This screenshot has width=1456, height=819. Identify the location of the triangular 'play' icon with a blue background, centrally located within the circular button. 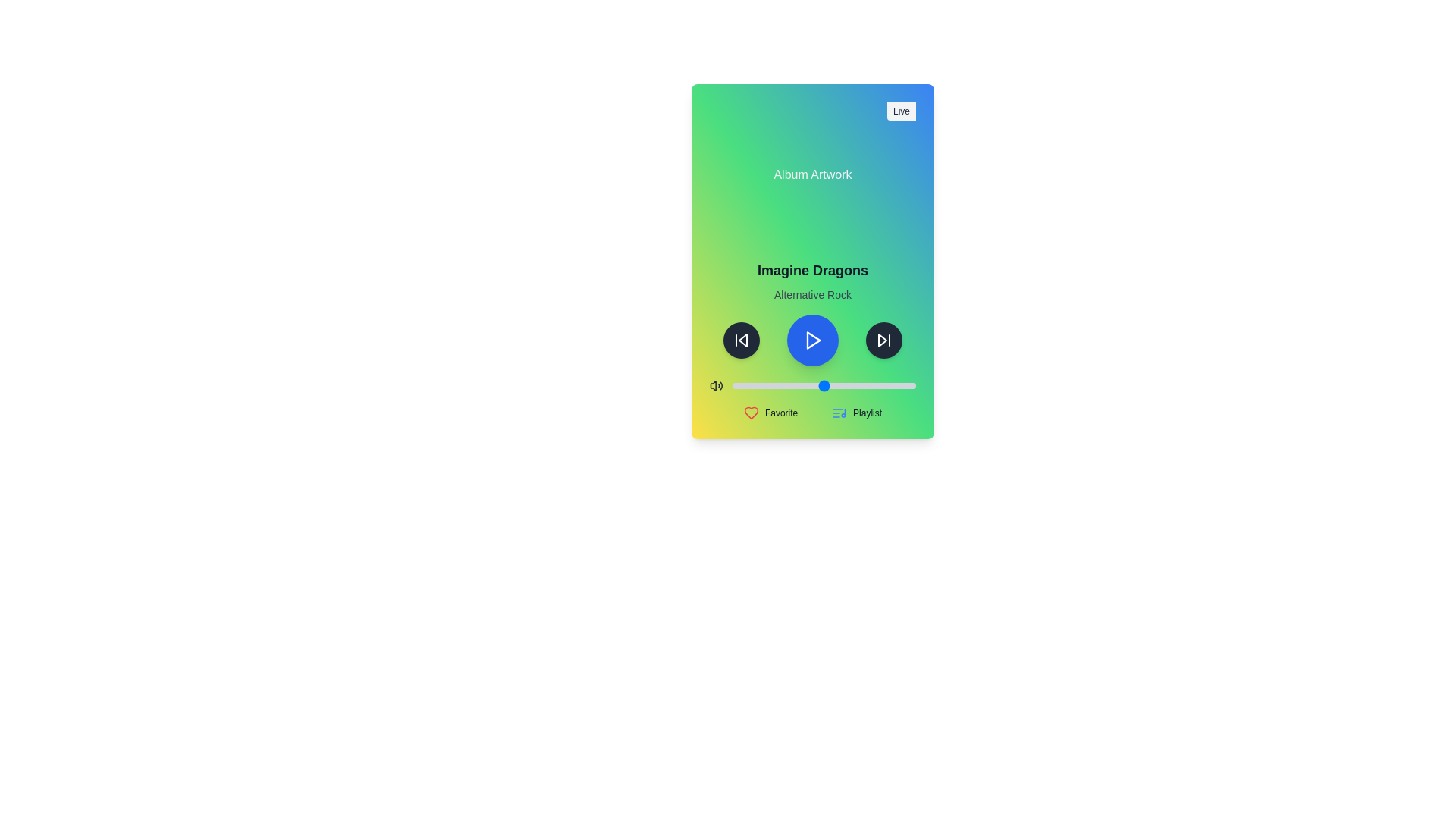
(813, 339).